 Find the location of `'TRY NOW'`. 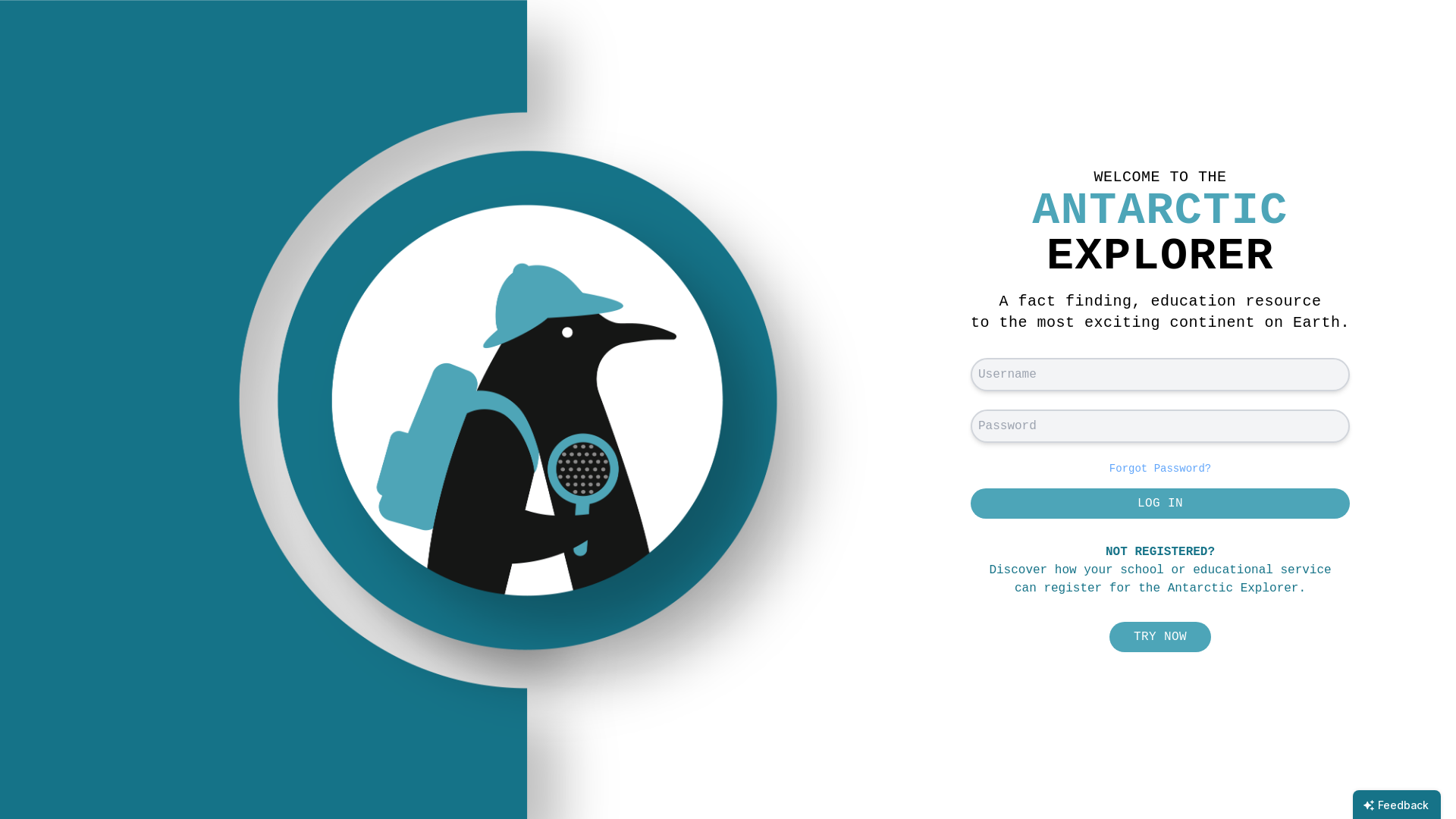

'TRY NOW' is located at coordinates (1159, 637).